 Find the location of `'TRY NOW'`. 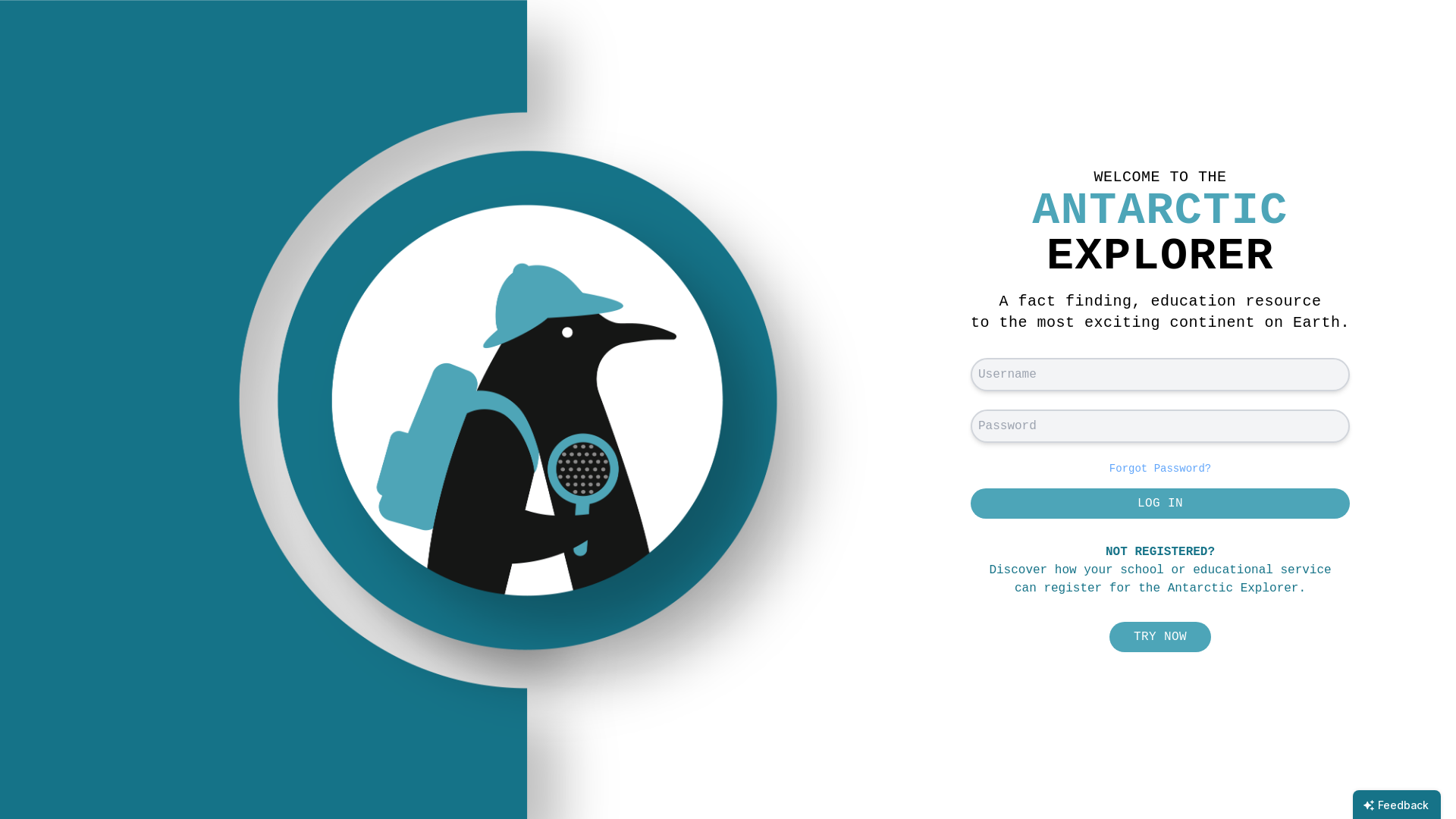

'TRY NOW' is located at coordinates (1159, 637).